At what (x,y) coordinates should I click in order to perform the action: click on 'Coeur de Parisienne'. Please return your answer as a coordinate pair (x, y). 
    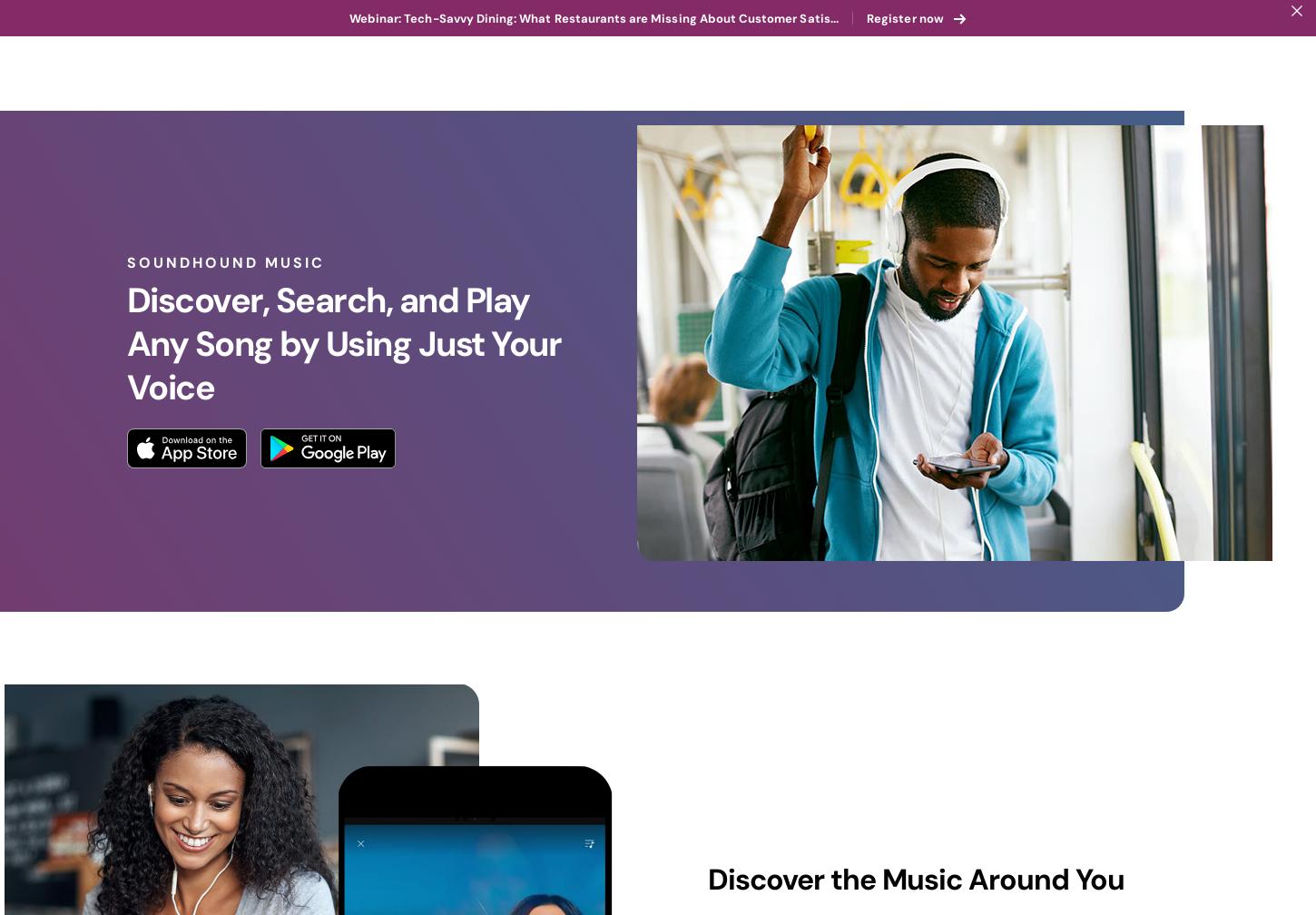
    Looking at the image, I should click on (586, 832).